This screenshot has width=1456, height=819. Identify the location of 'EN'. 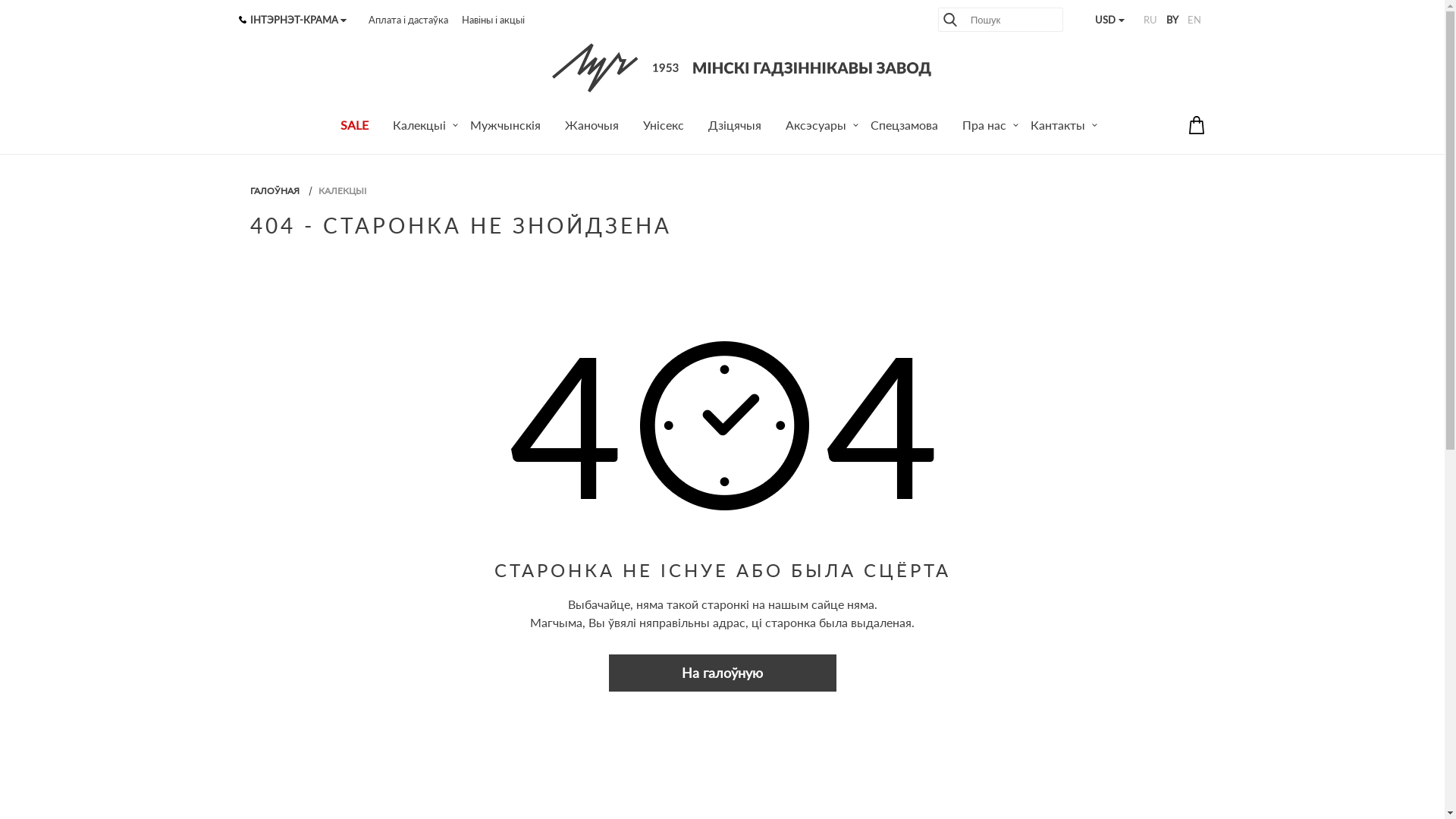
(1193, 20).